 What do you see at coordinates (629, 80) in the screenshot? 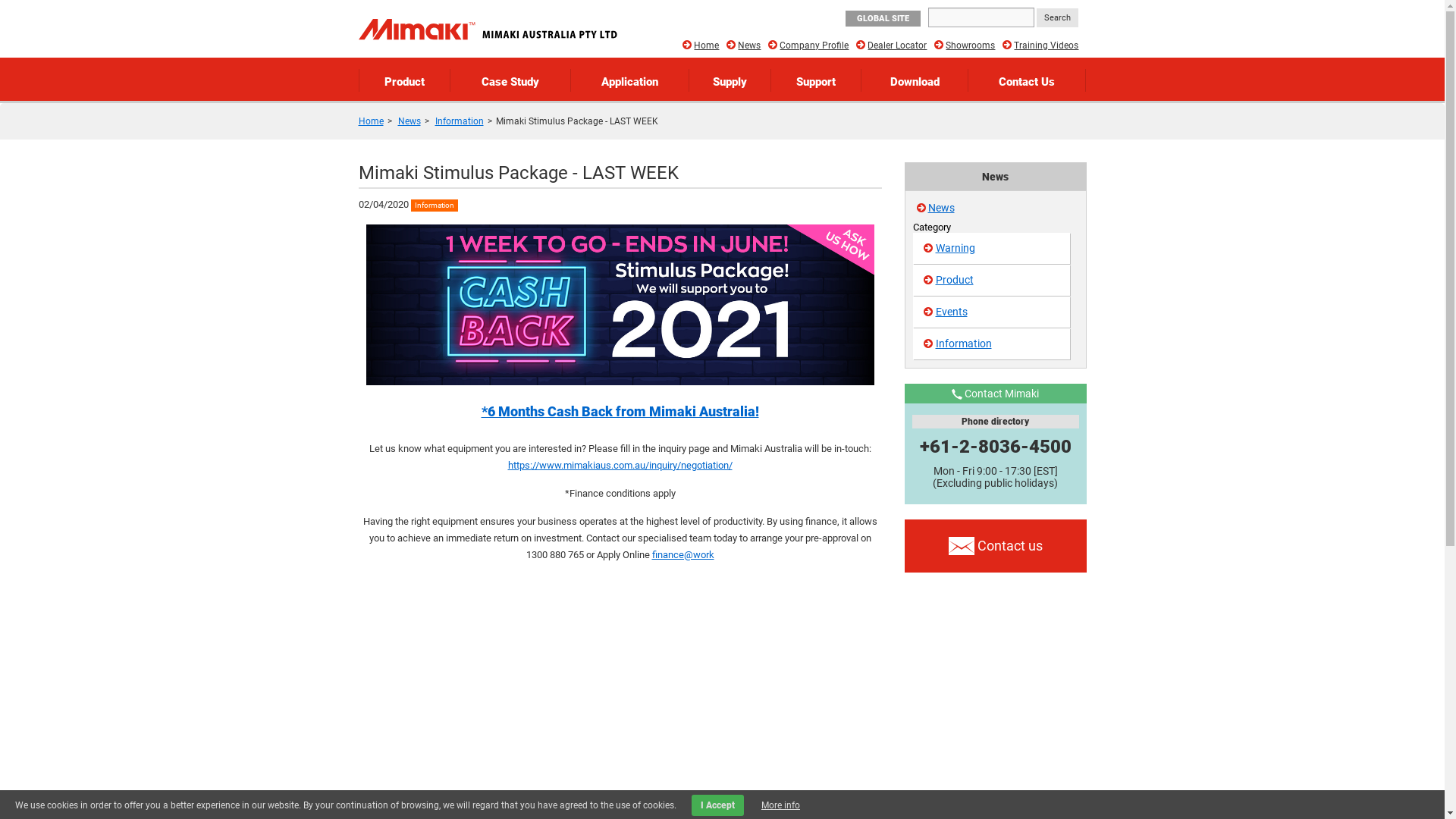
I see `'Application'` at bounding box center [629, 80].